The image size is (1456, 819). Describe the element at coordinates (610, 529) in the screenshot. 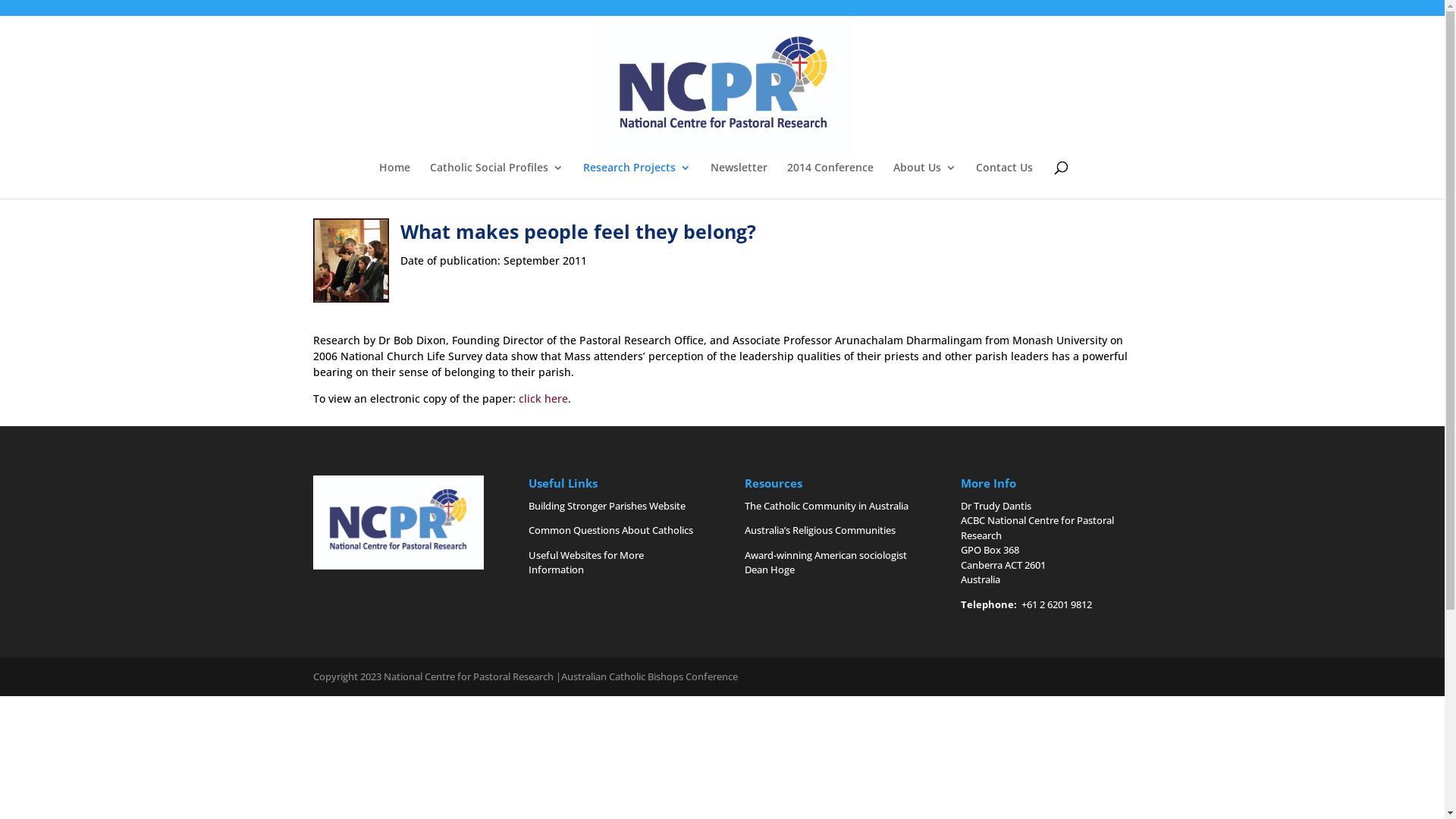

I see `'Common Questions About Catholics'` at that location.